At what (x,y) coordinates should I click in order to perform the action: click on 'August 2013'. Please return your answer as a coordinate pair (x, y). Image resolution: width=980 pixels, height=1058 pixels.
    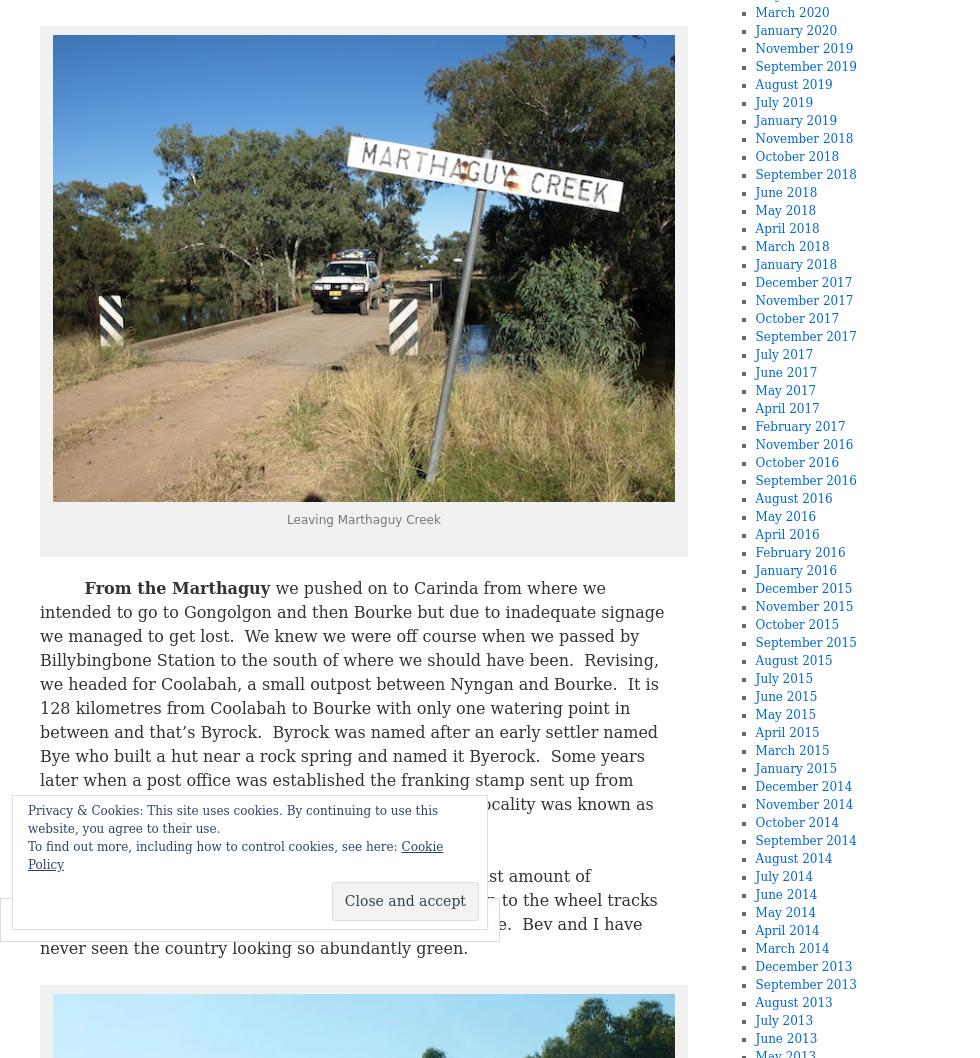
    Looking at the image, I should click on (793, 1001).